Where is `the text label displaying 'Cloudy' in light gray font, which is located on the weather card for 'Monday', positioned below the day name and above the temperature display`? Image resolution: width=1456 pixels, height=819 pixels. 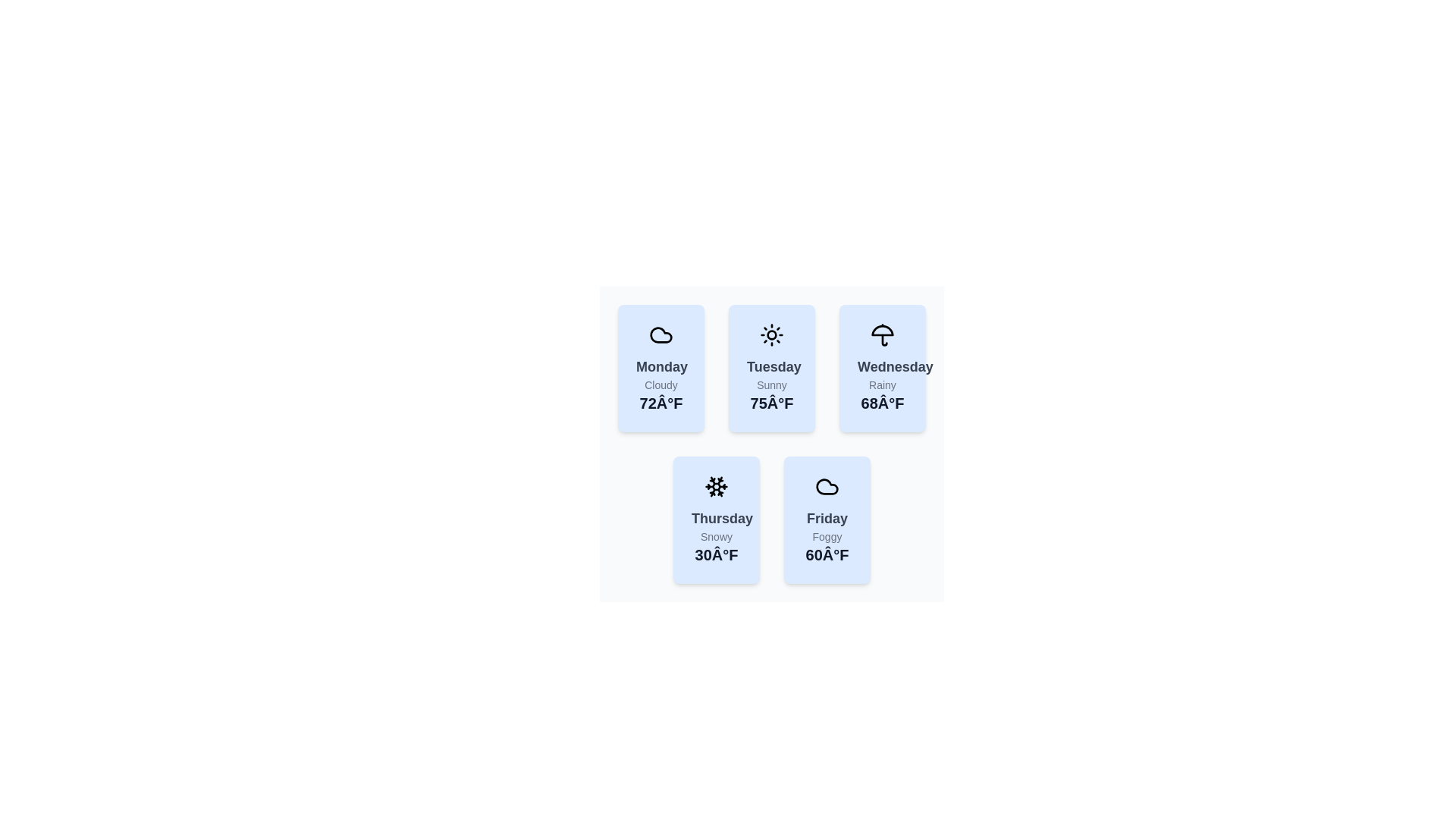
the text label displaying 'Cloudy' in light gray font, which is located on the weather card for 'Monday', positioned below the day name and above the temperature display is located at coordinates (661, 384).